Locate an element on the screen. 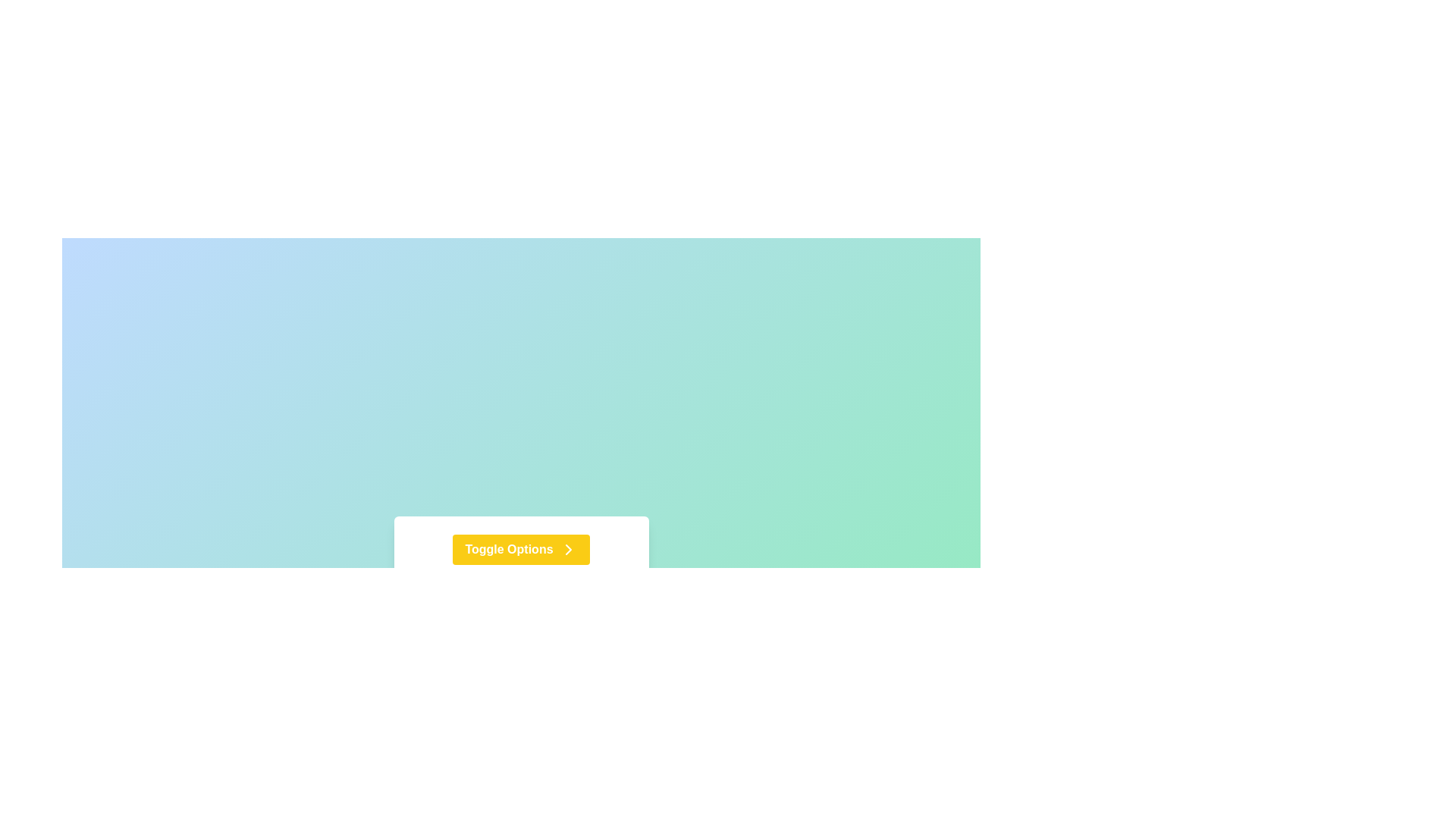  the 'Toggle Options' label, which is styled in bold white font against a yellow background, located within a rounded yellow button is located at coordinates (509, 550).